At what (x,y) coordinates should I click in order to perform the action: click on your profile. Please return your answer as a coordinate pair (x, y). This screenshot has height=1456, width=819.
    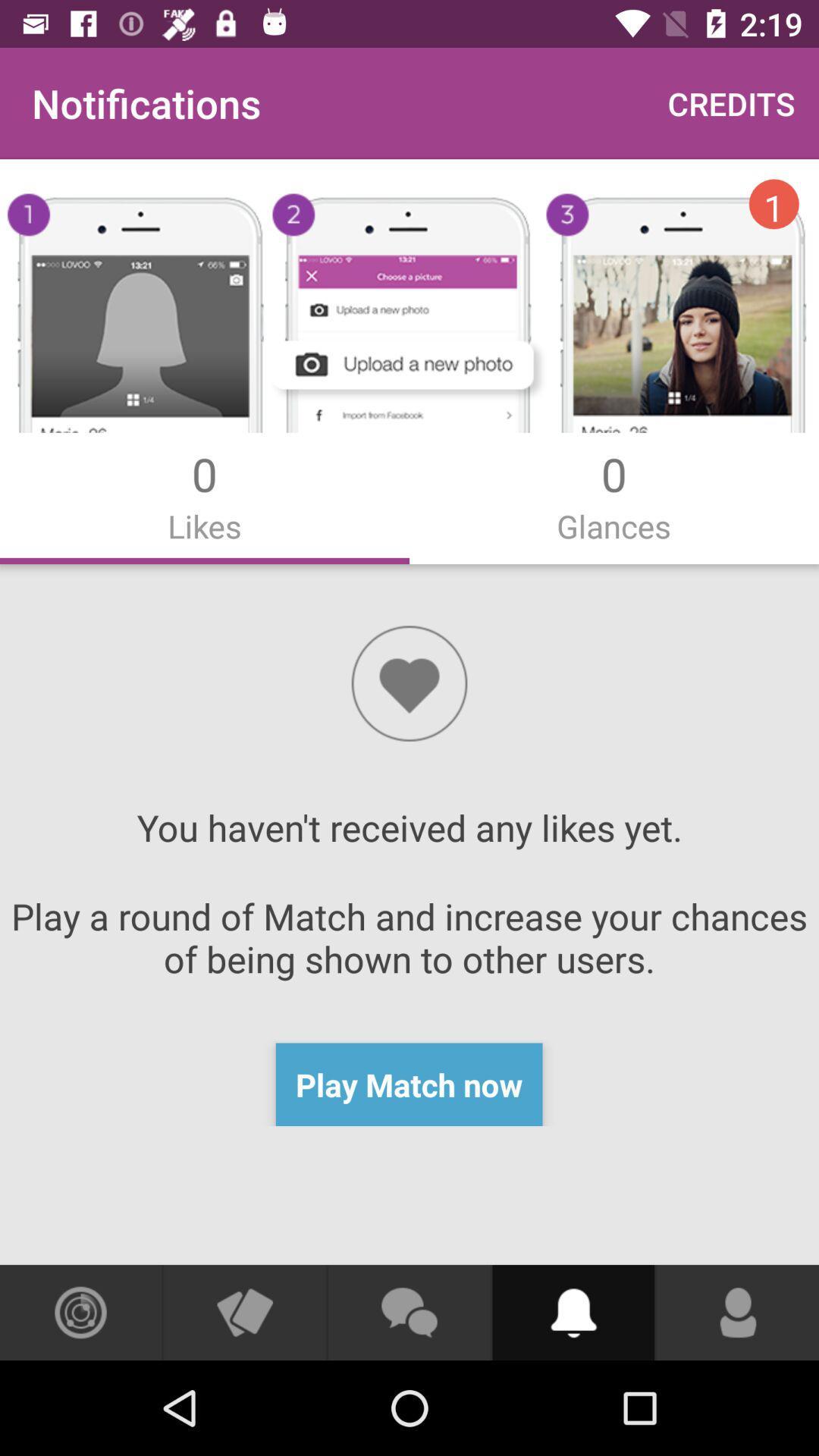
    Looking at the image, I should click on (737, 1312).